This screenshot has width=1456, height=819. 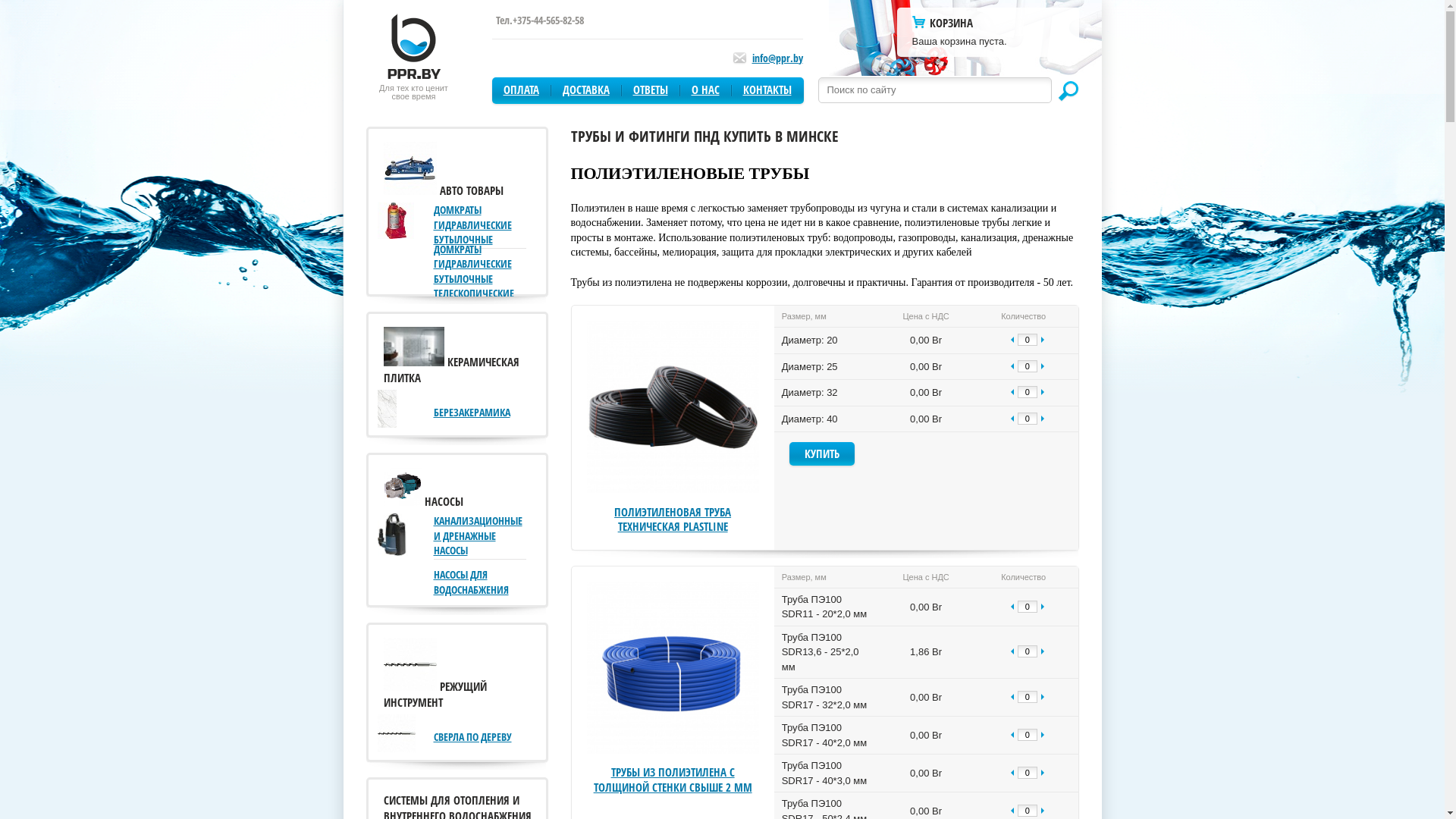 I want to click on '-', so click(x=1012, y=391).